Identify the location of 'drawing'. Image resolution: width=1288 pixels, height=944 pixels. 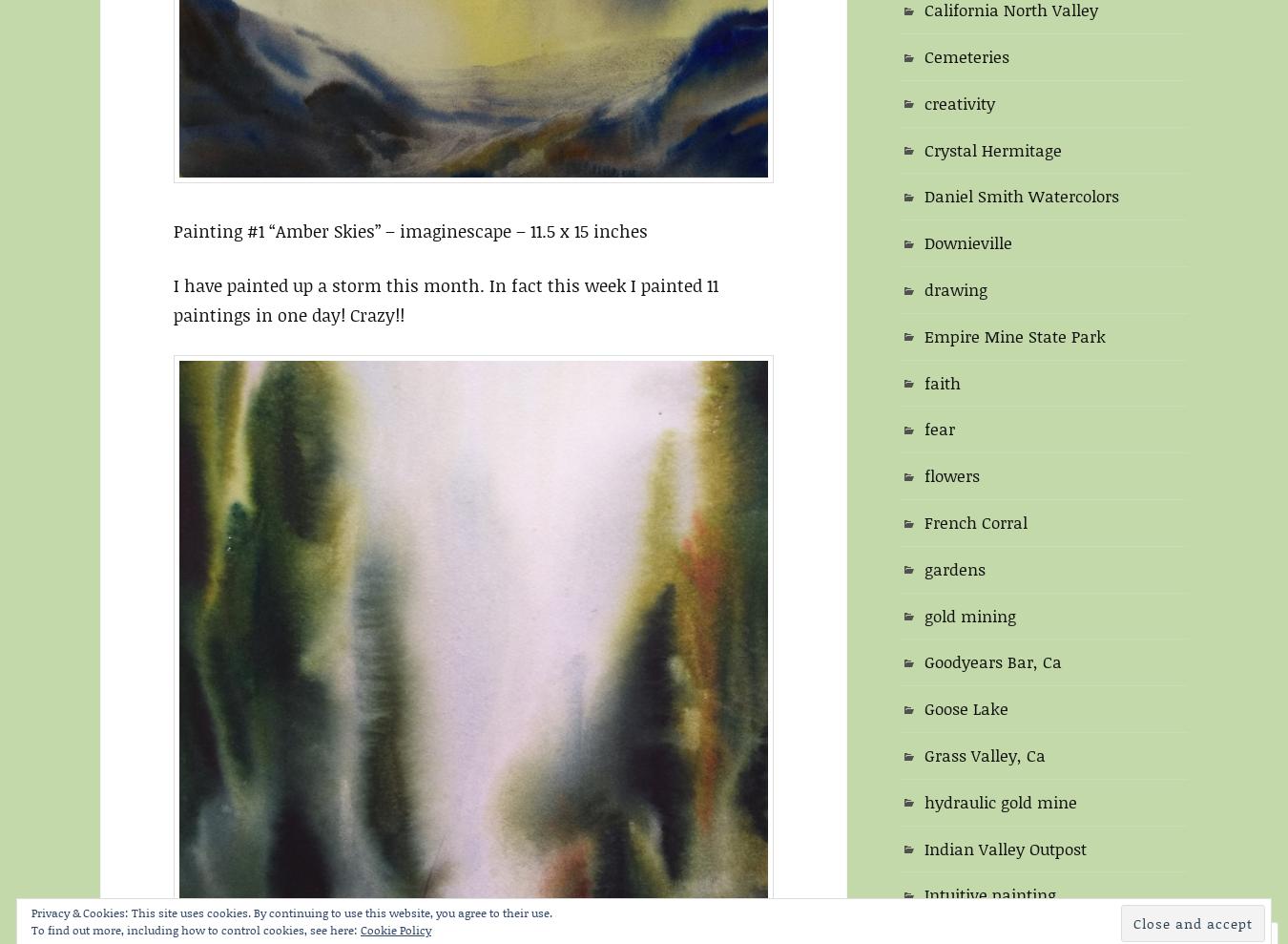
(954, 289).